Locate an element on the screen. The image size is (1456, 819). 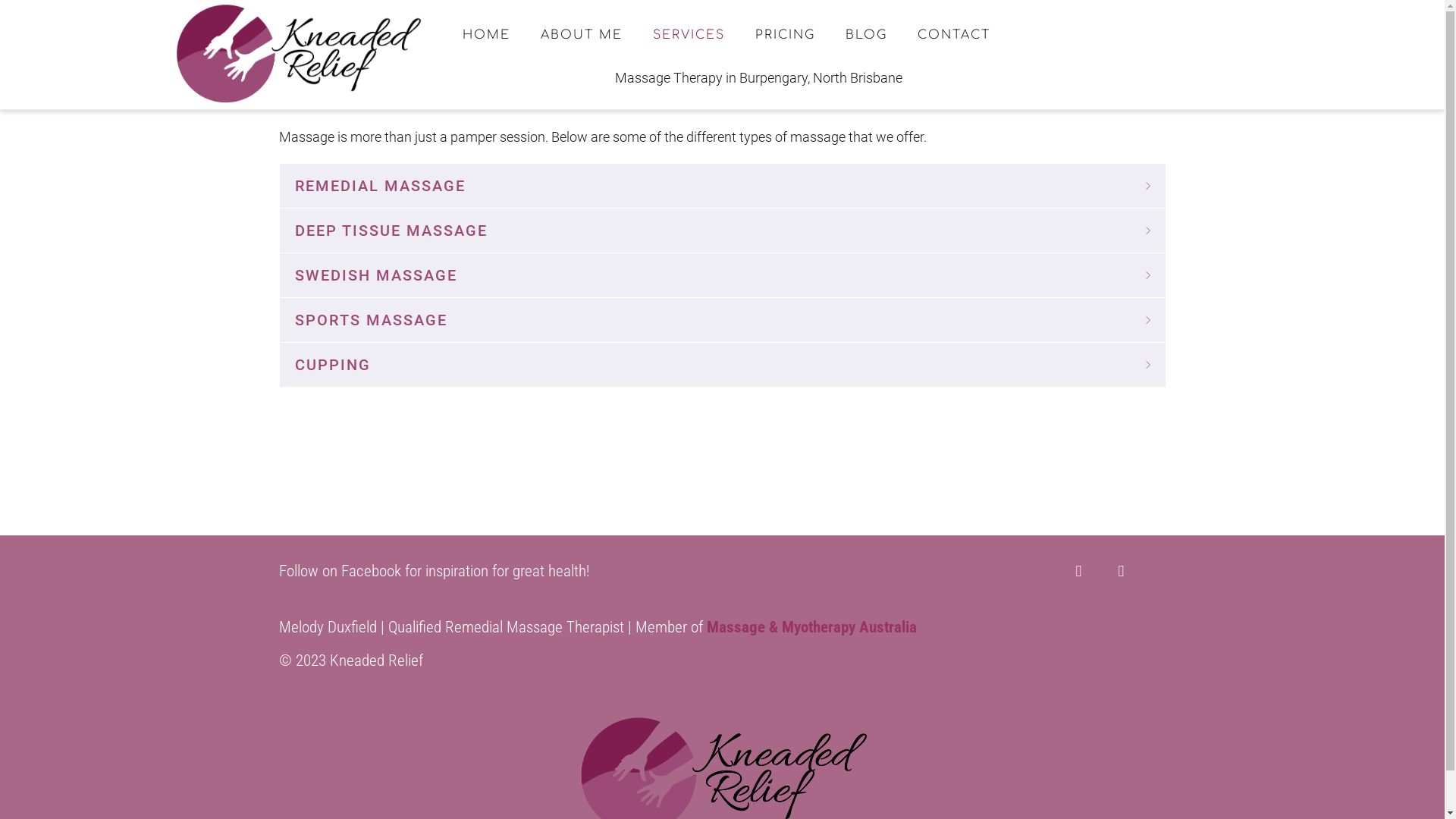
'Massage & Myotherapy Australia' is located at coordinates (811, 626).